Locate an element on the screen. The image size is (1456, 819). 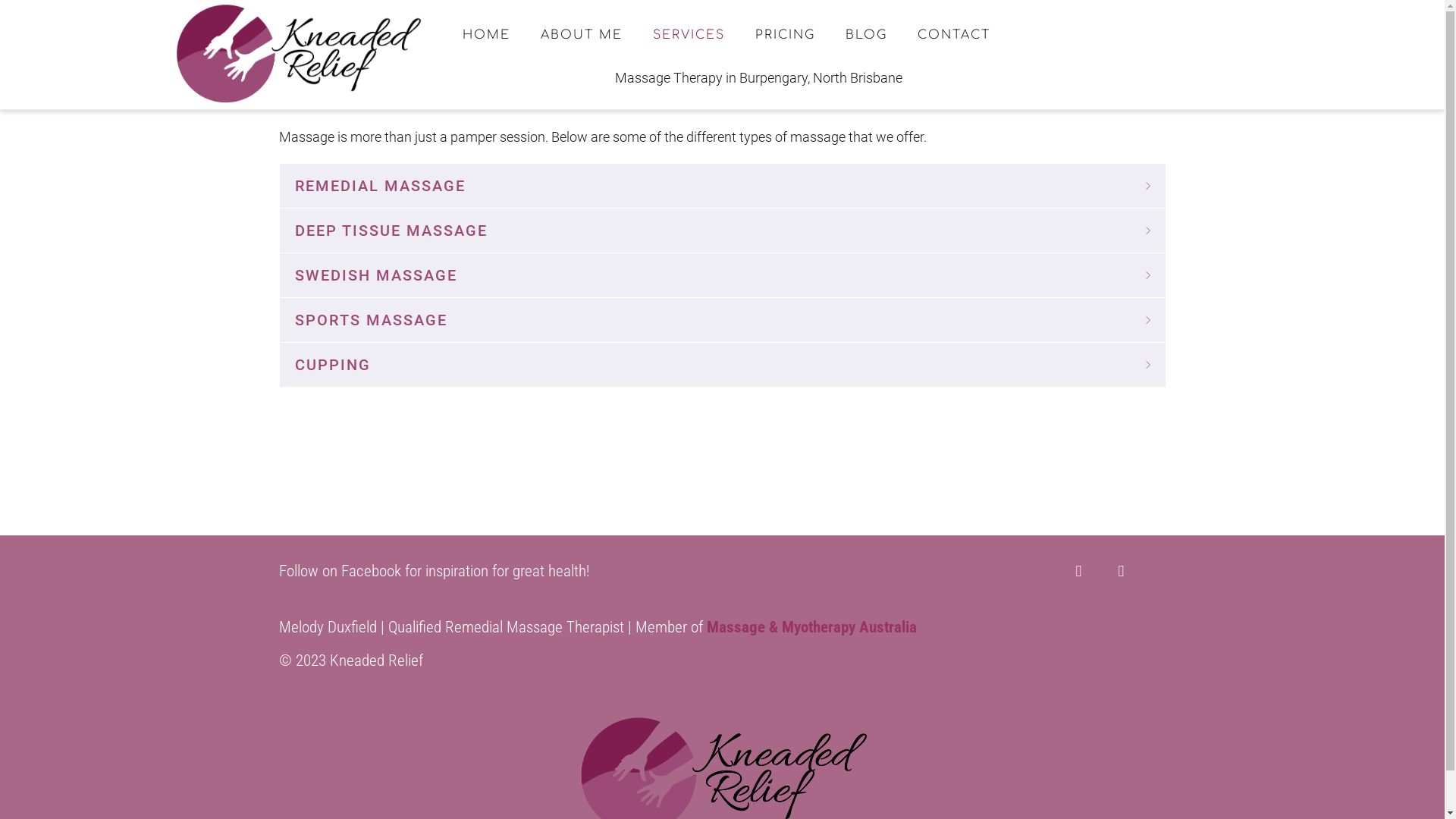
'Massage & Myotherapy Australia' is located at coordinates (811, 626).